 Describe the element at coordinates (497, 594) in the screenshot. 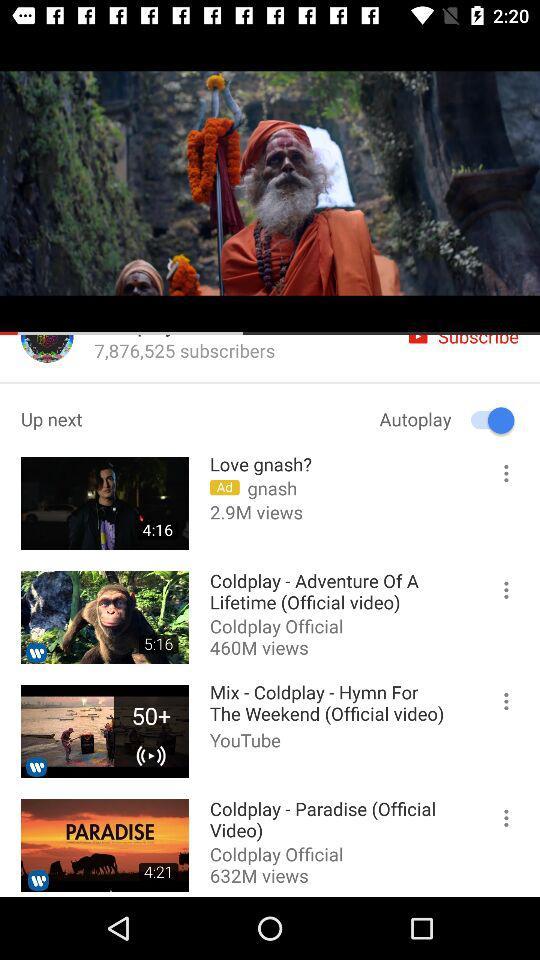

I see `options icon next to coldplayadventure of a lifetimeofficial video` at that location.